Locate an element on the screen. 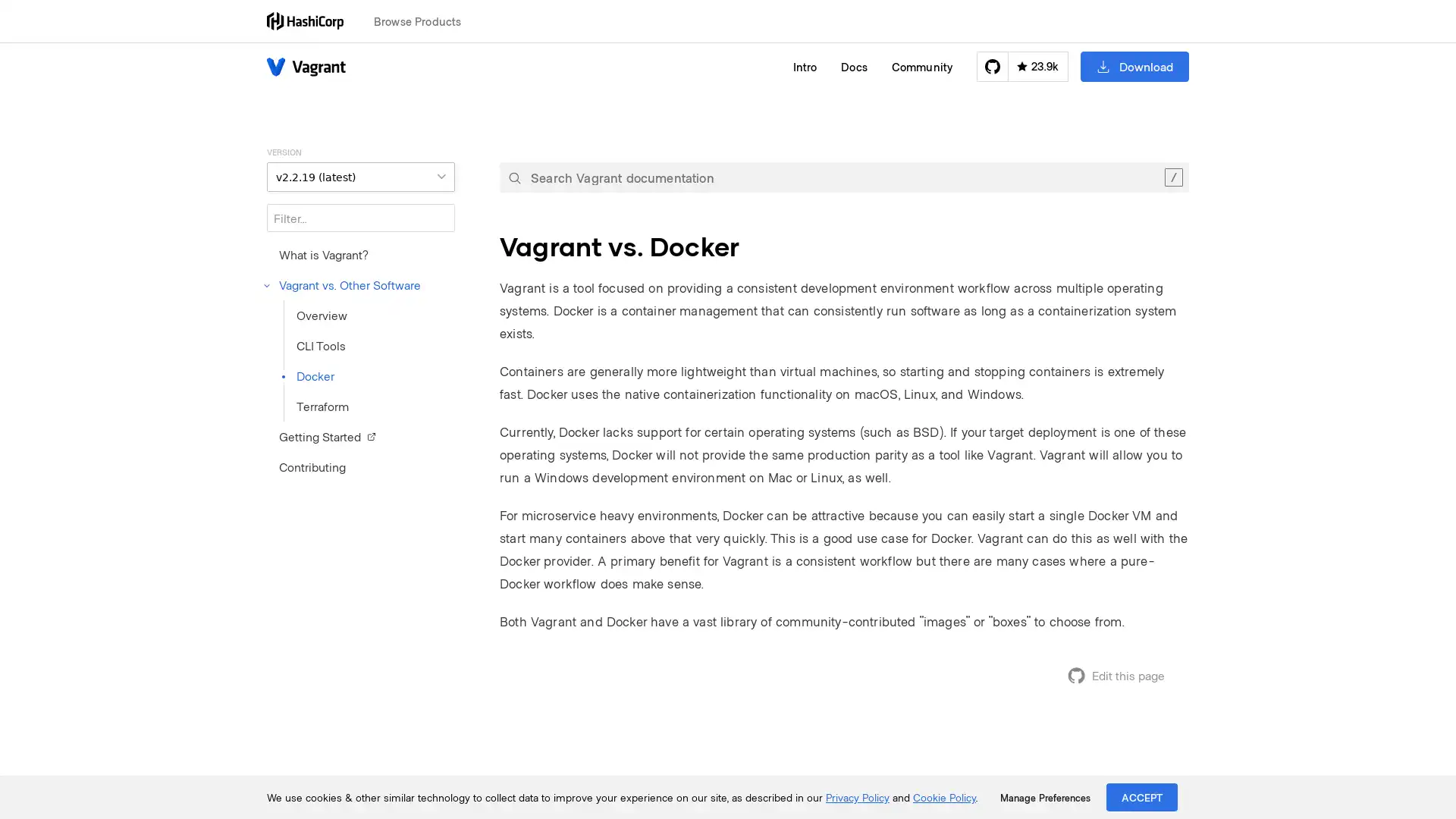 Image resolution: width=1456 pixels, height=819 pixels. ACCEPT is located at coordinates (1142, 796).